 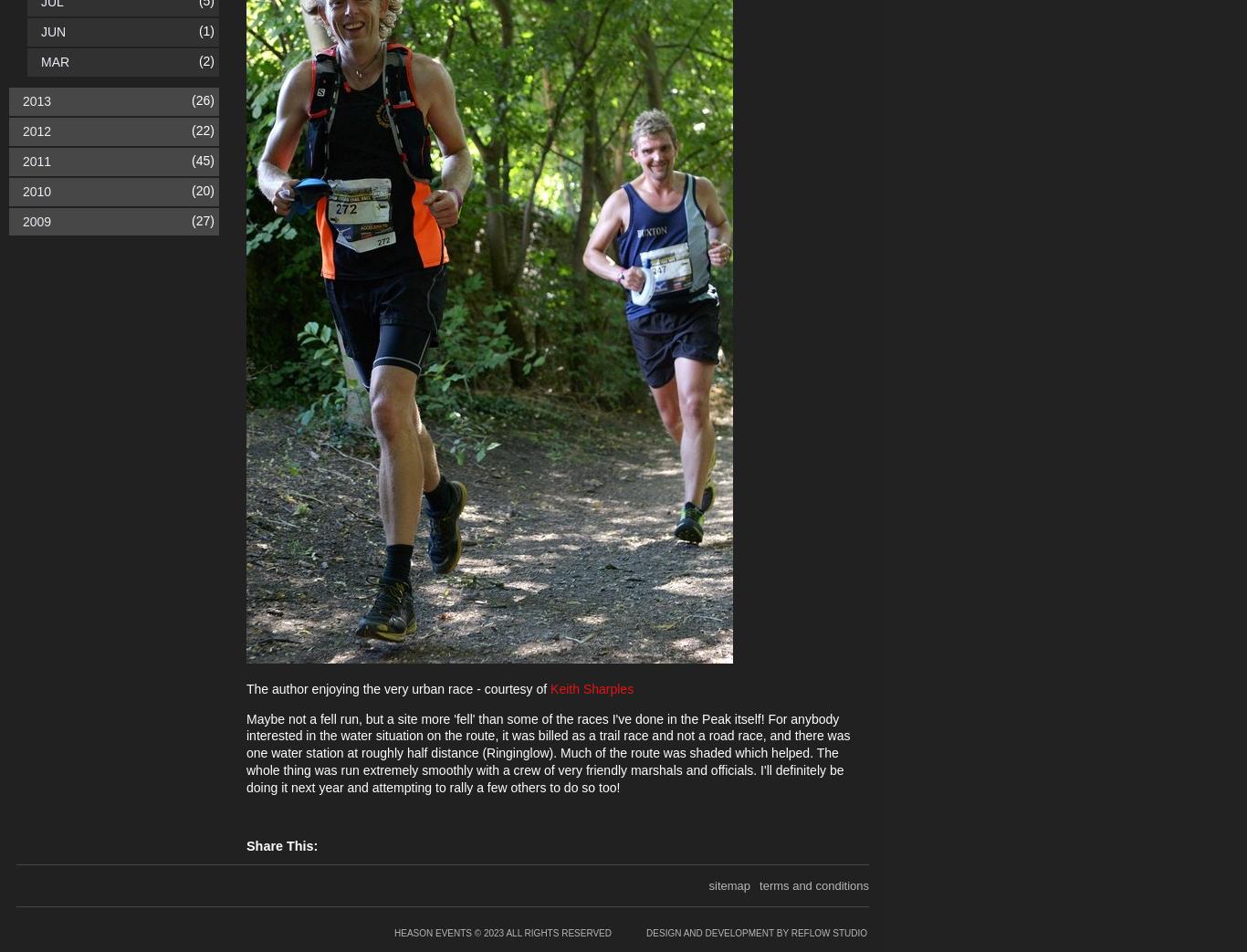 I want to click on '2009', so click(x=37, y=220).